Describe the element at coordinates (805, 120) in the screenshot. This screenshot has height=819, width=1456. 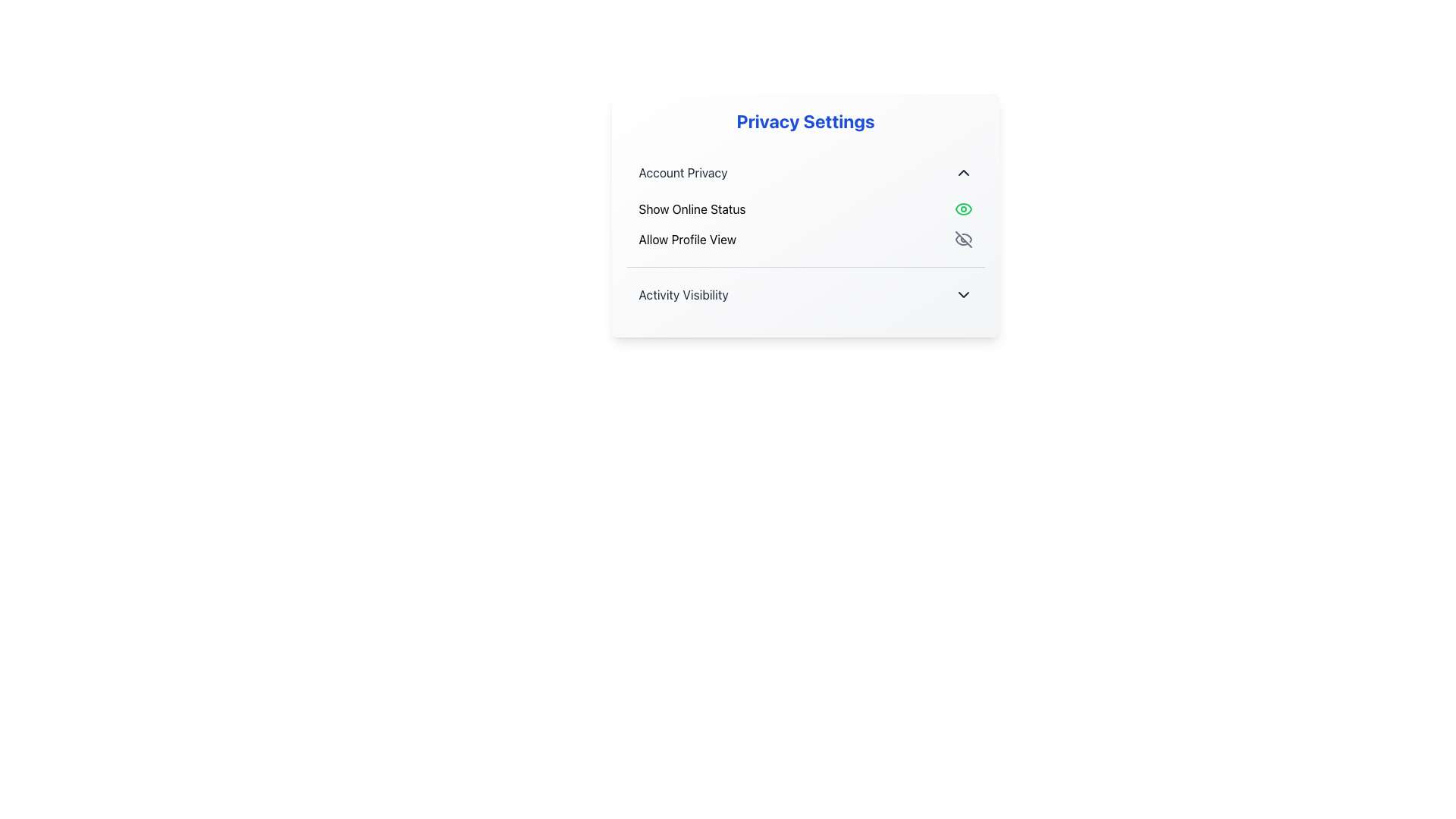
I see `the 'Privacy Settings' text label, which is a prominent header in a card-like section with a blue color and bold large font` at that location.